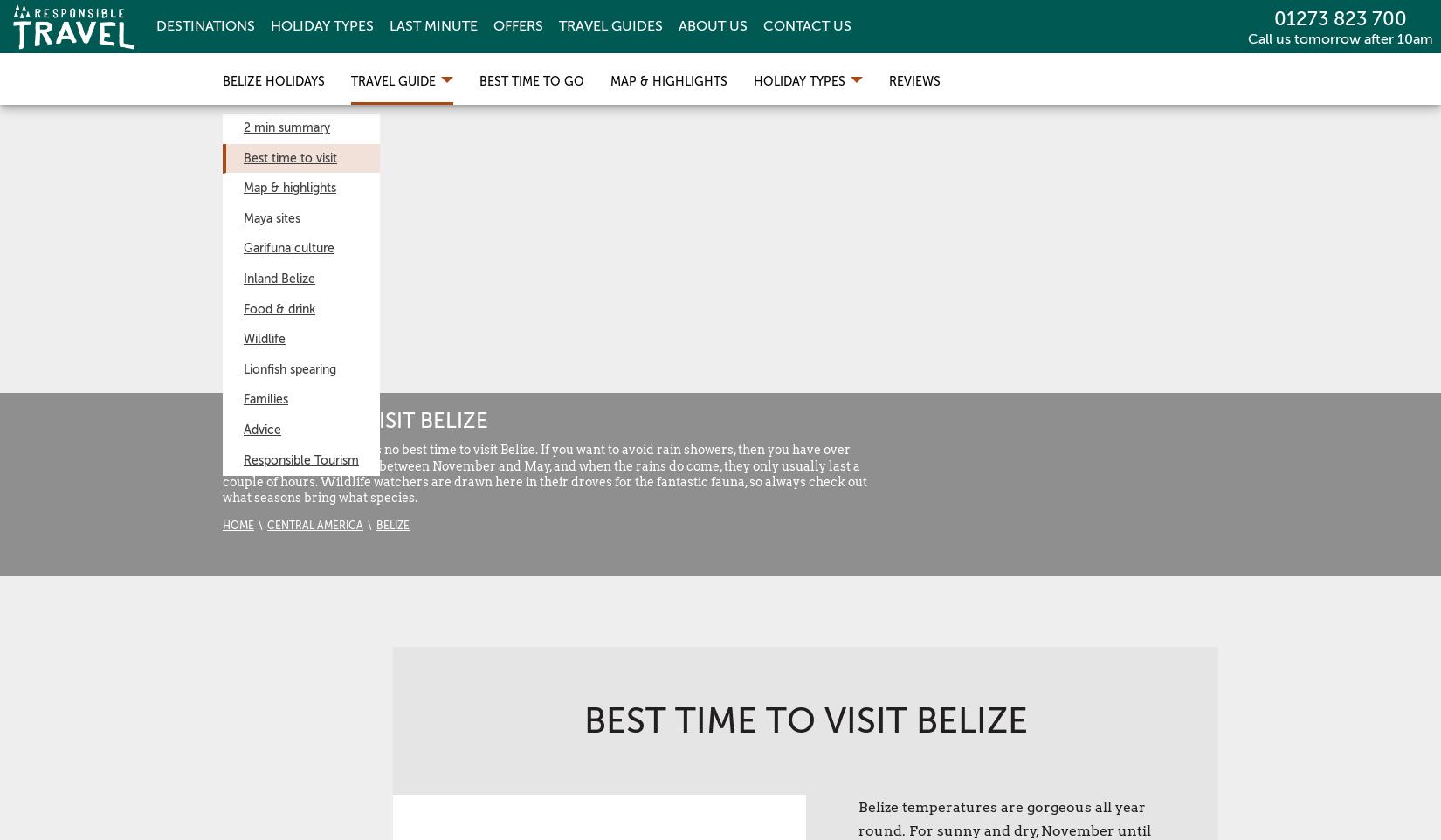  What do you see at coordinates (753, 81) in the screenshot?
I see `'Holiday Types'` at bounding box center [753, 81].